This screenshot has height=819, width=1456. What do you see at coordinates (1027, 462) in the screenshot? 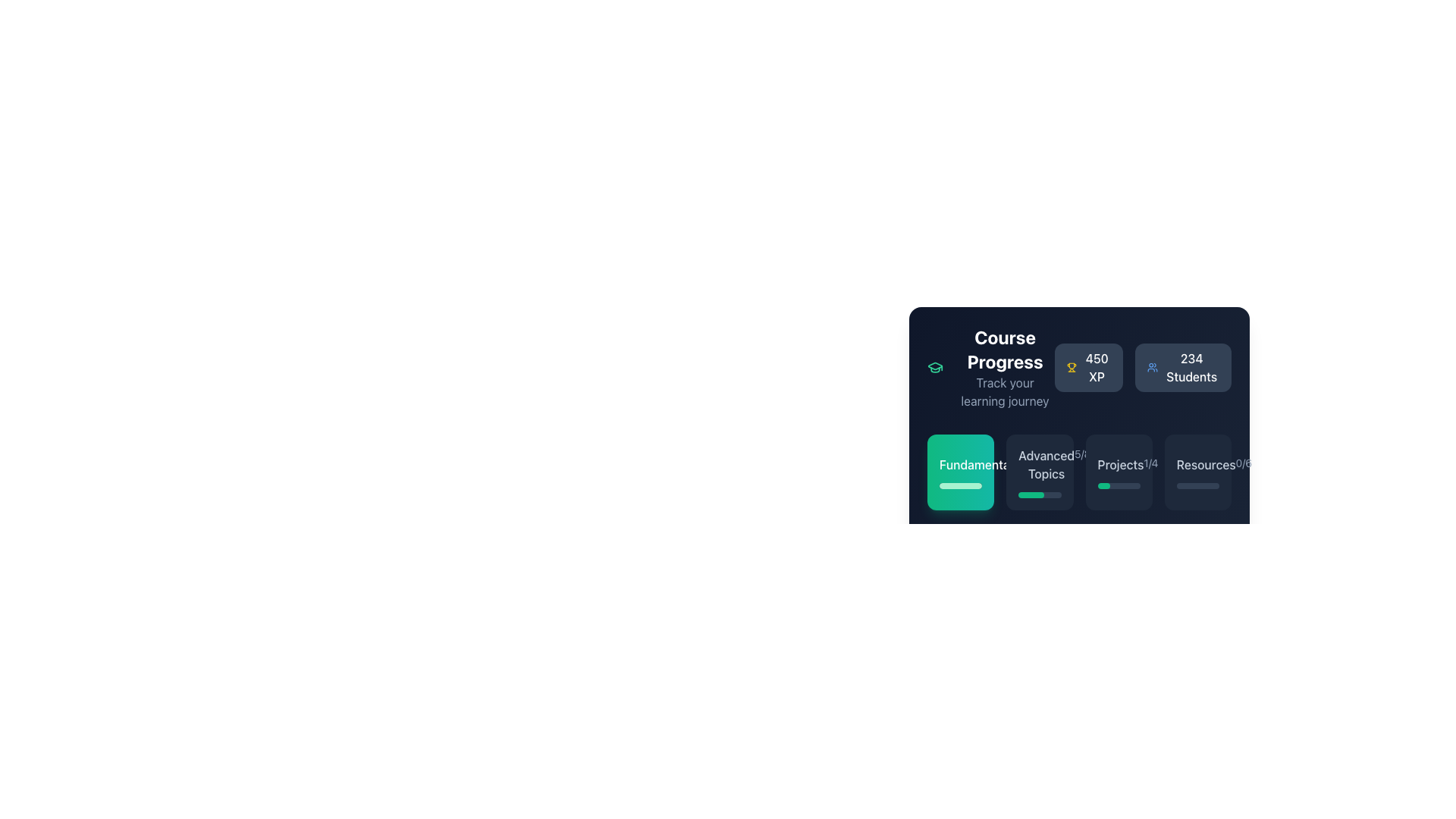
I see `the text label '5/5' styled with a small-sized font and light emerald color, located to the right of 'Fundamentals' in the 'Course Progress' section` at bounding box center [1027, 462].